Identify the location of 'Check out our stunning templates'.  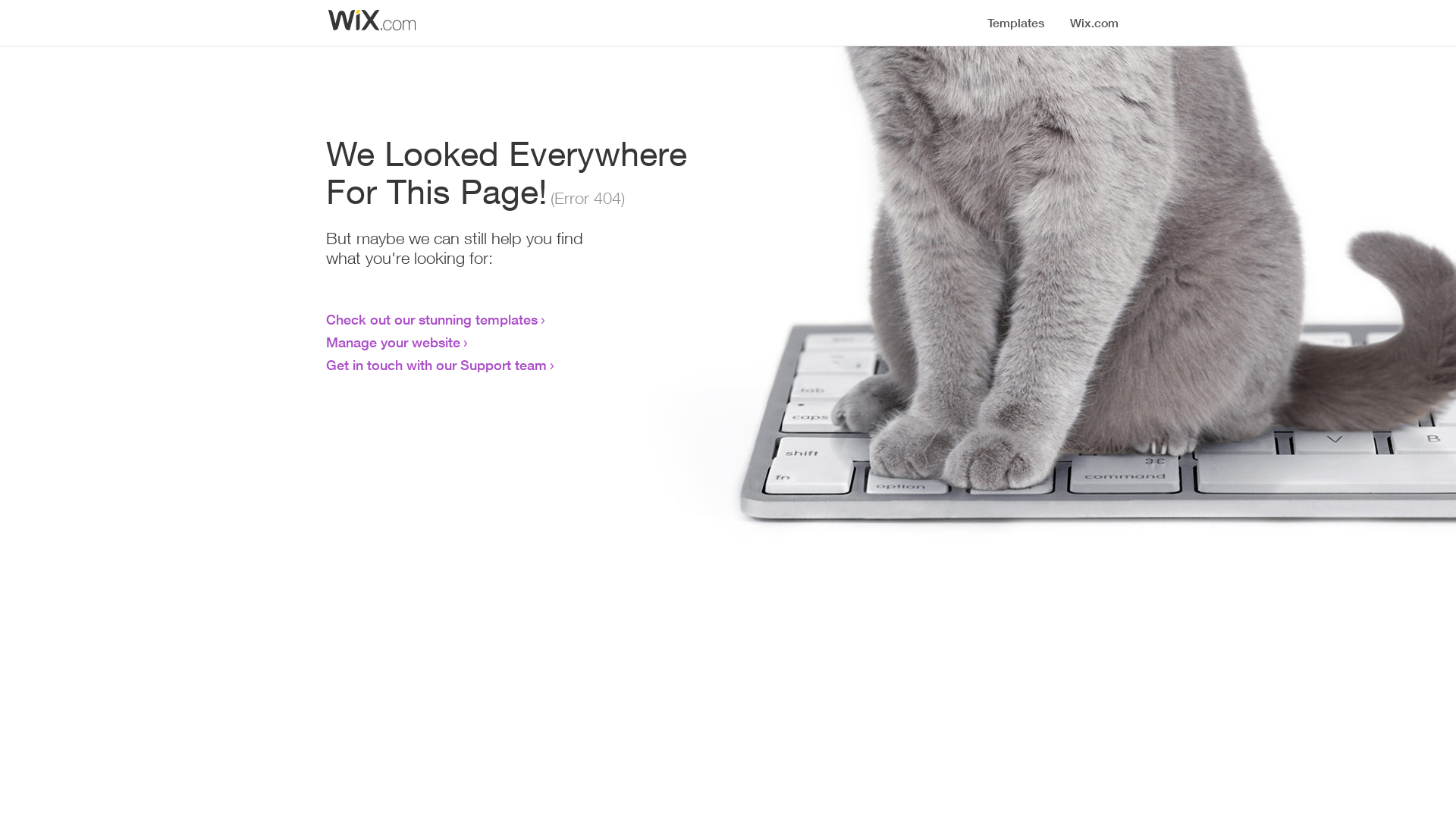
(431, 318).